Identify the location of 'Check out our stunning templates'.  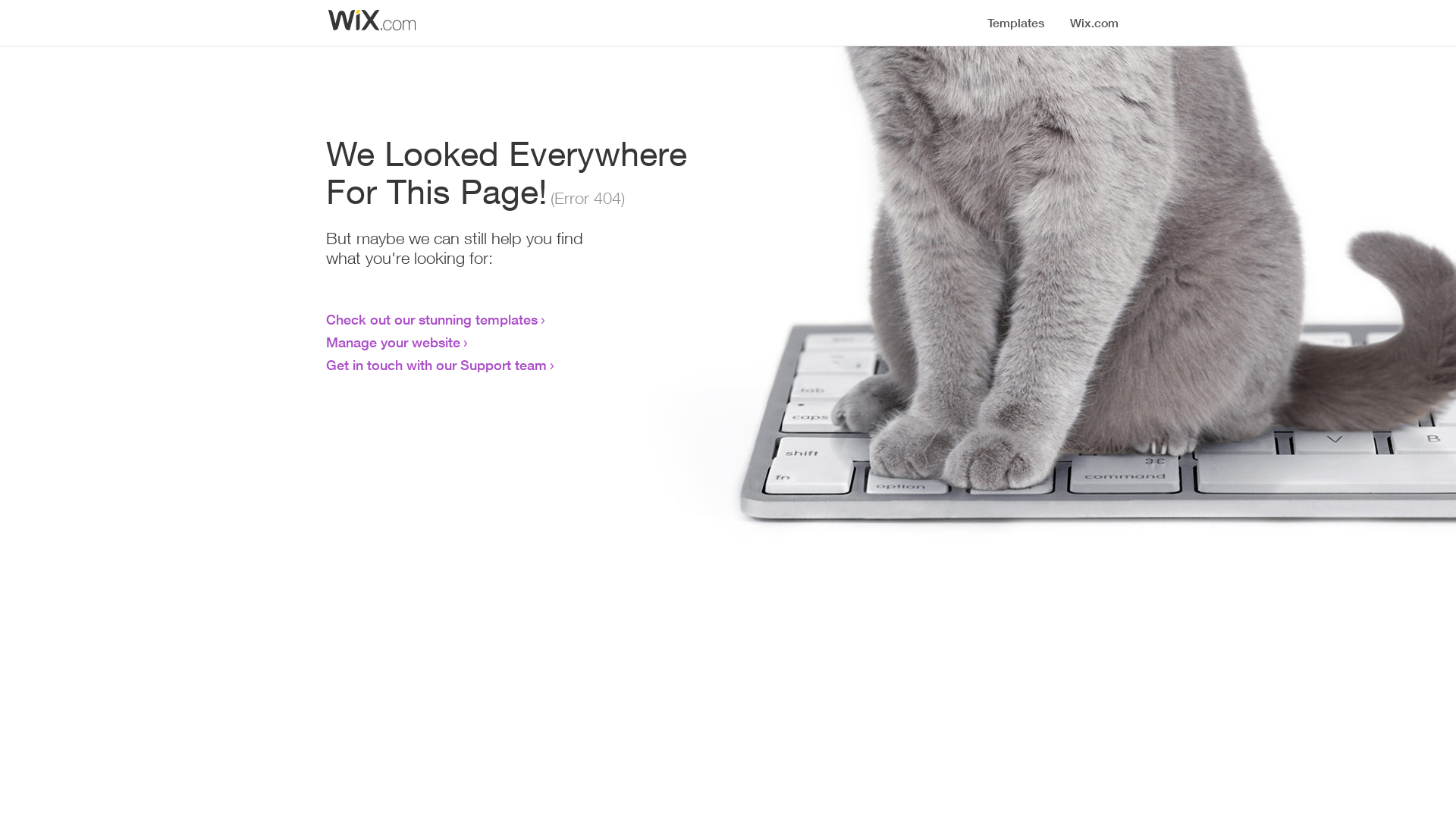
(431, 318).